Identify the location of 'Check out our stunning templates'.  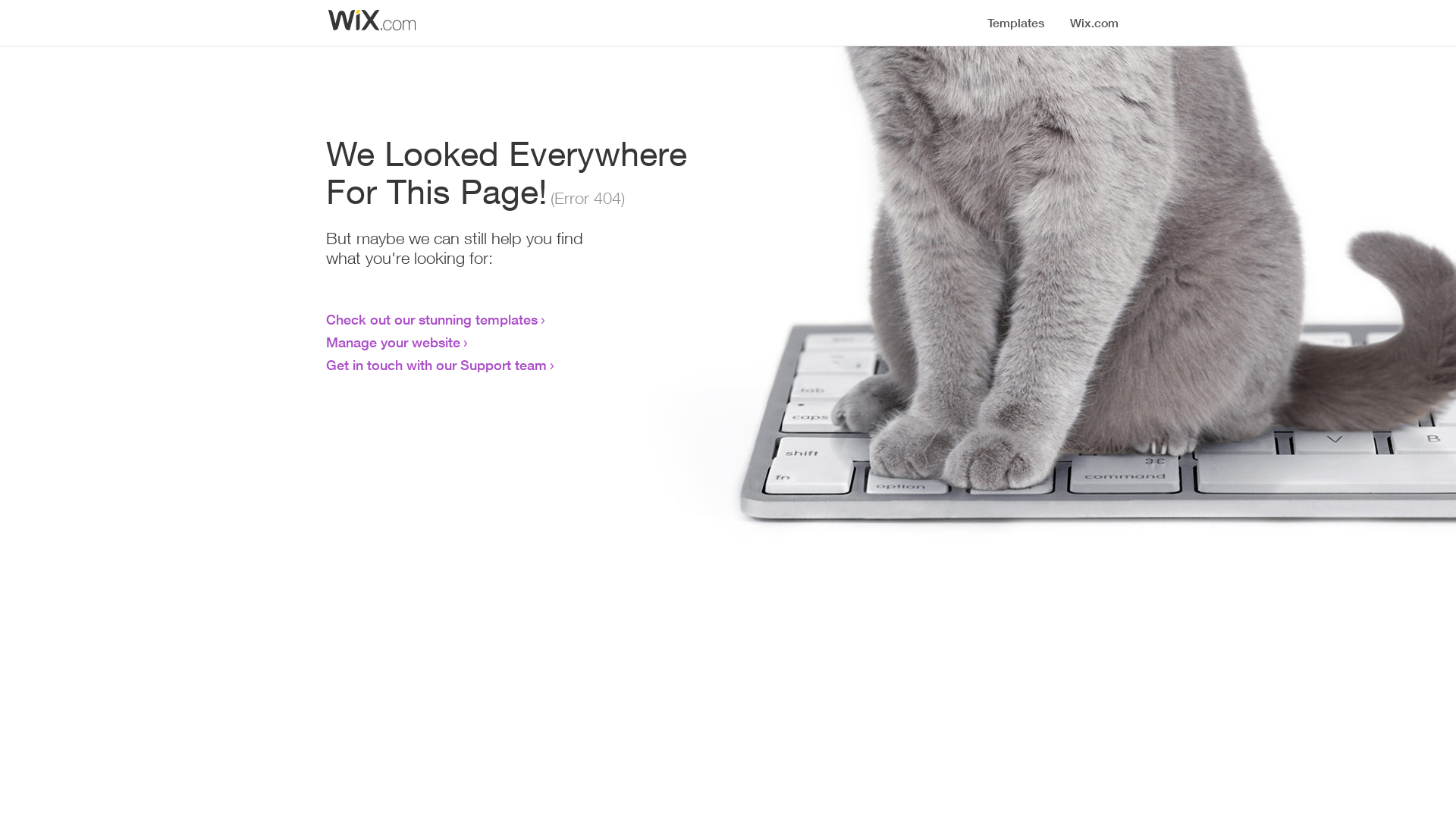
(431, 318).